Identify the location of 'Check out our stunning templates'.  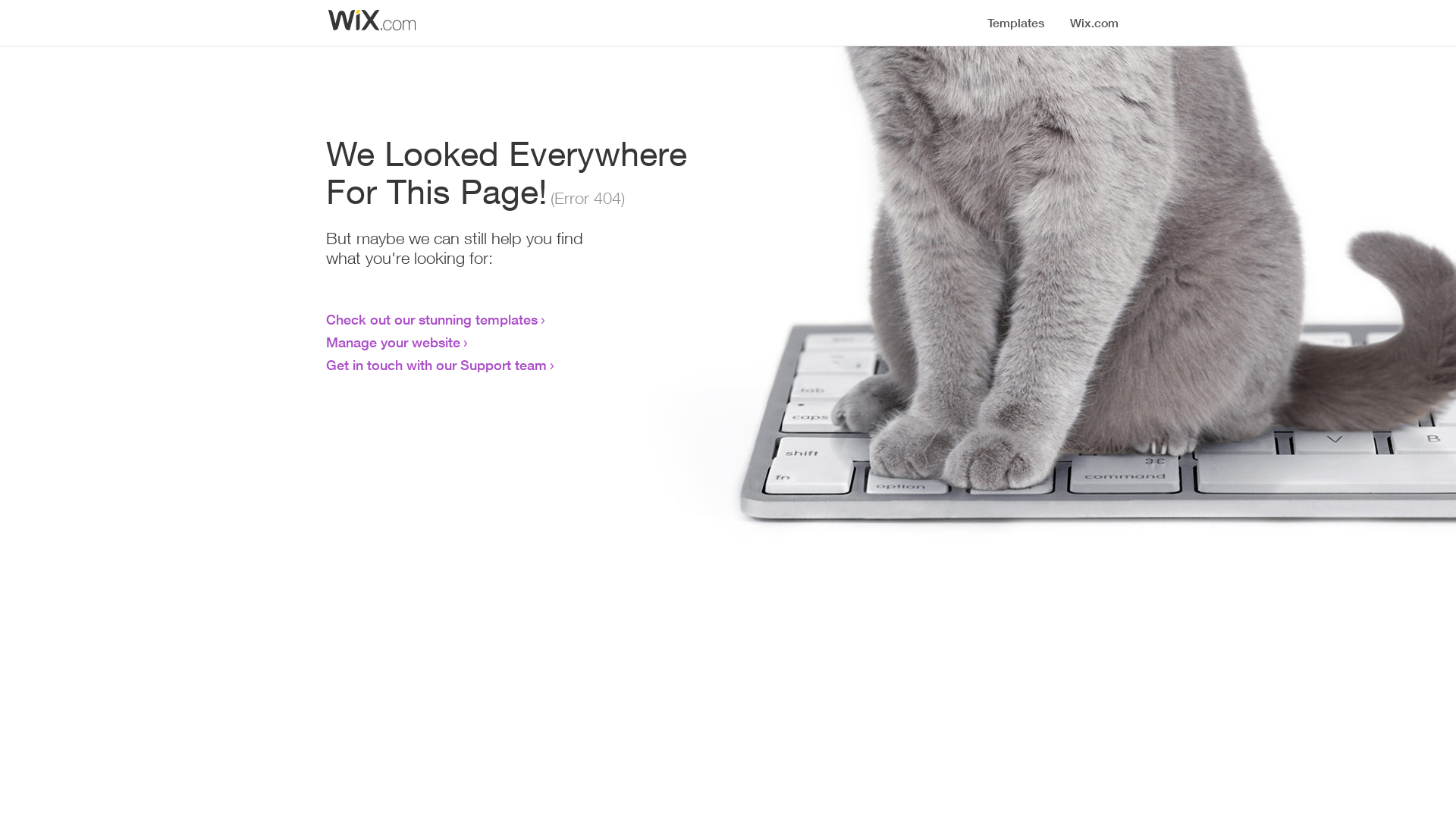
(431, 318).